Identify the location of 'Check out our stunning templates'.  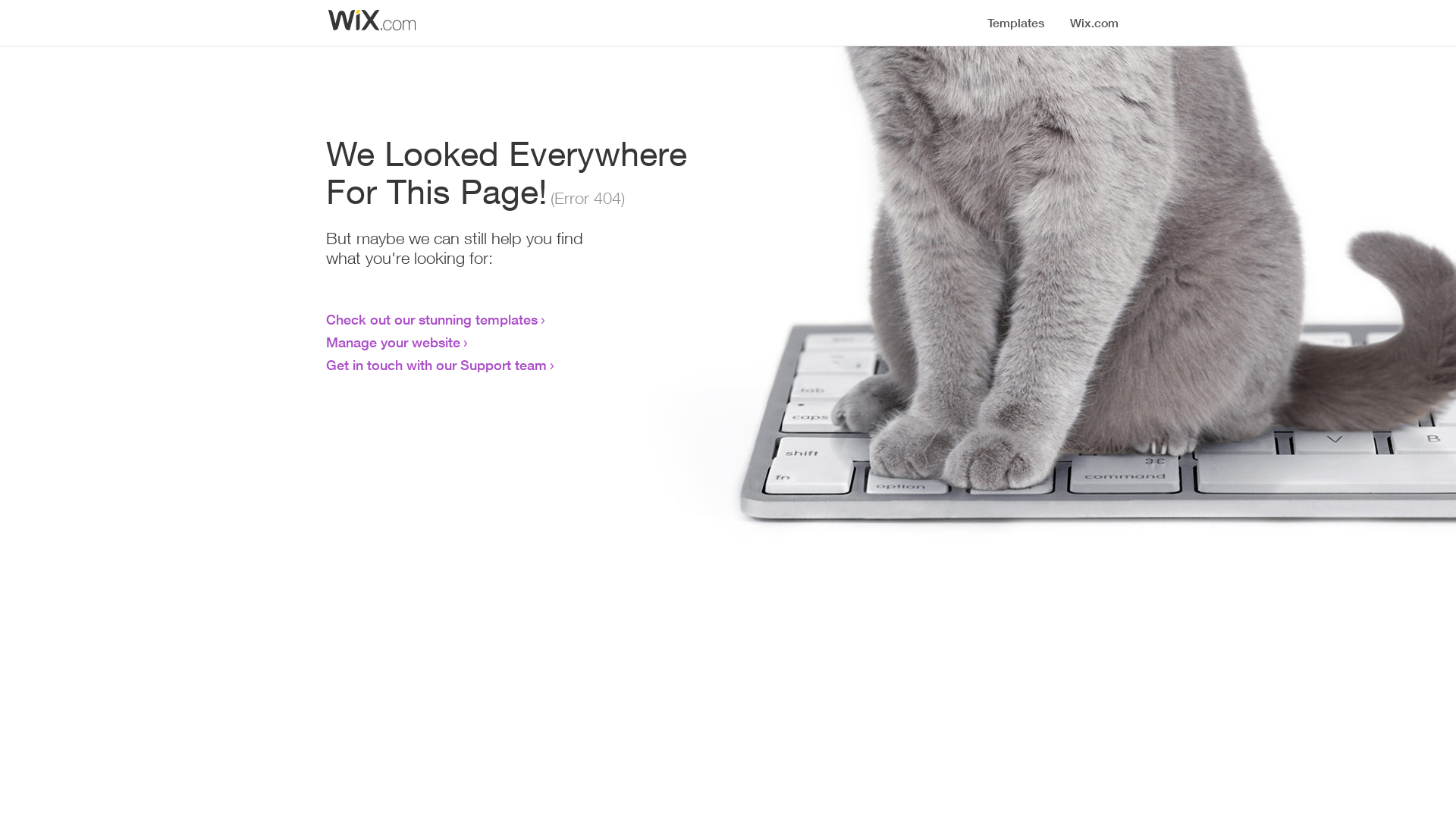
(431, 318).